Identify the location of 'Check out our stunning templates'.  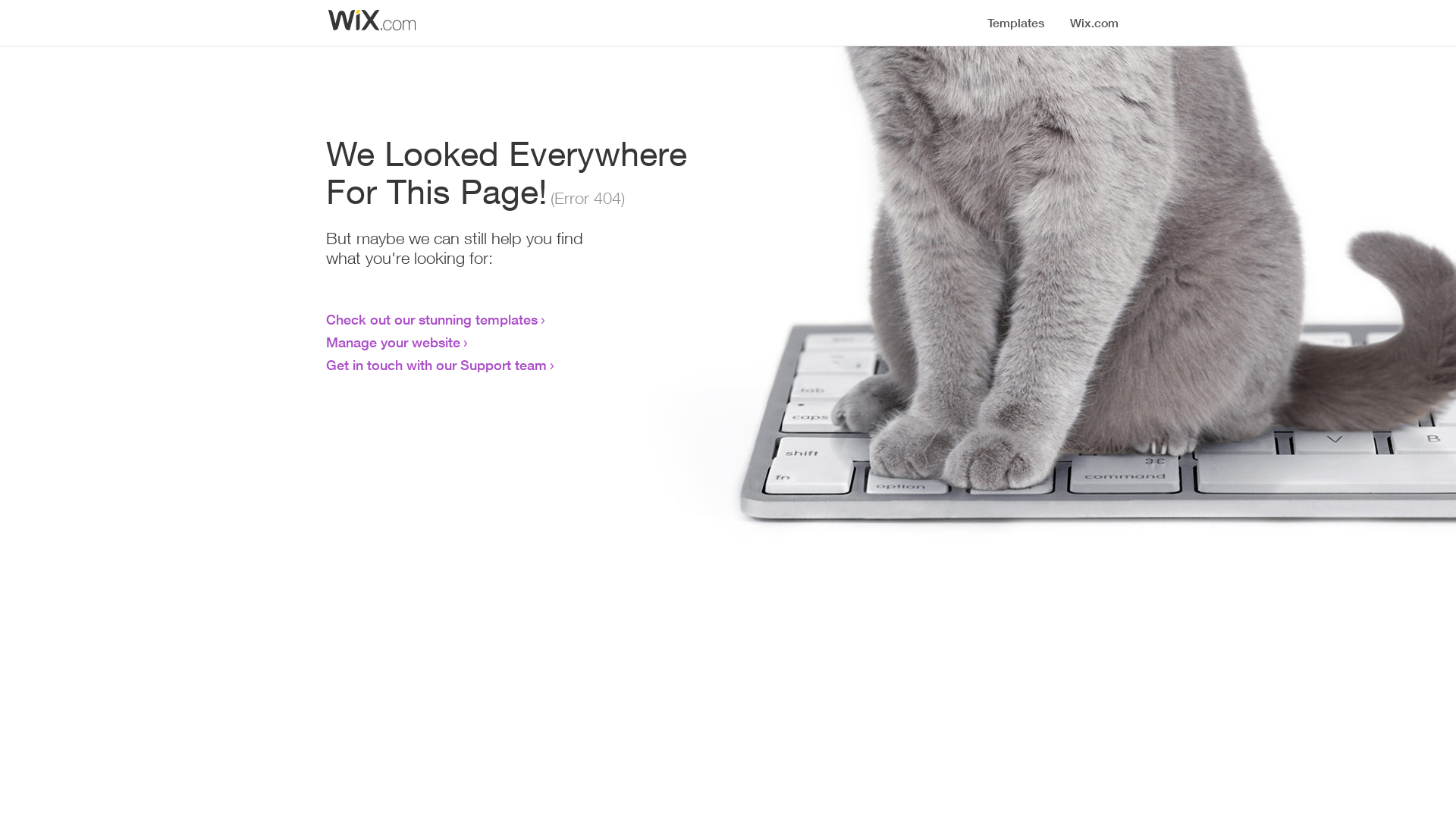
(431, 318).